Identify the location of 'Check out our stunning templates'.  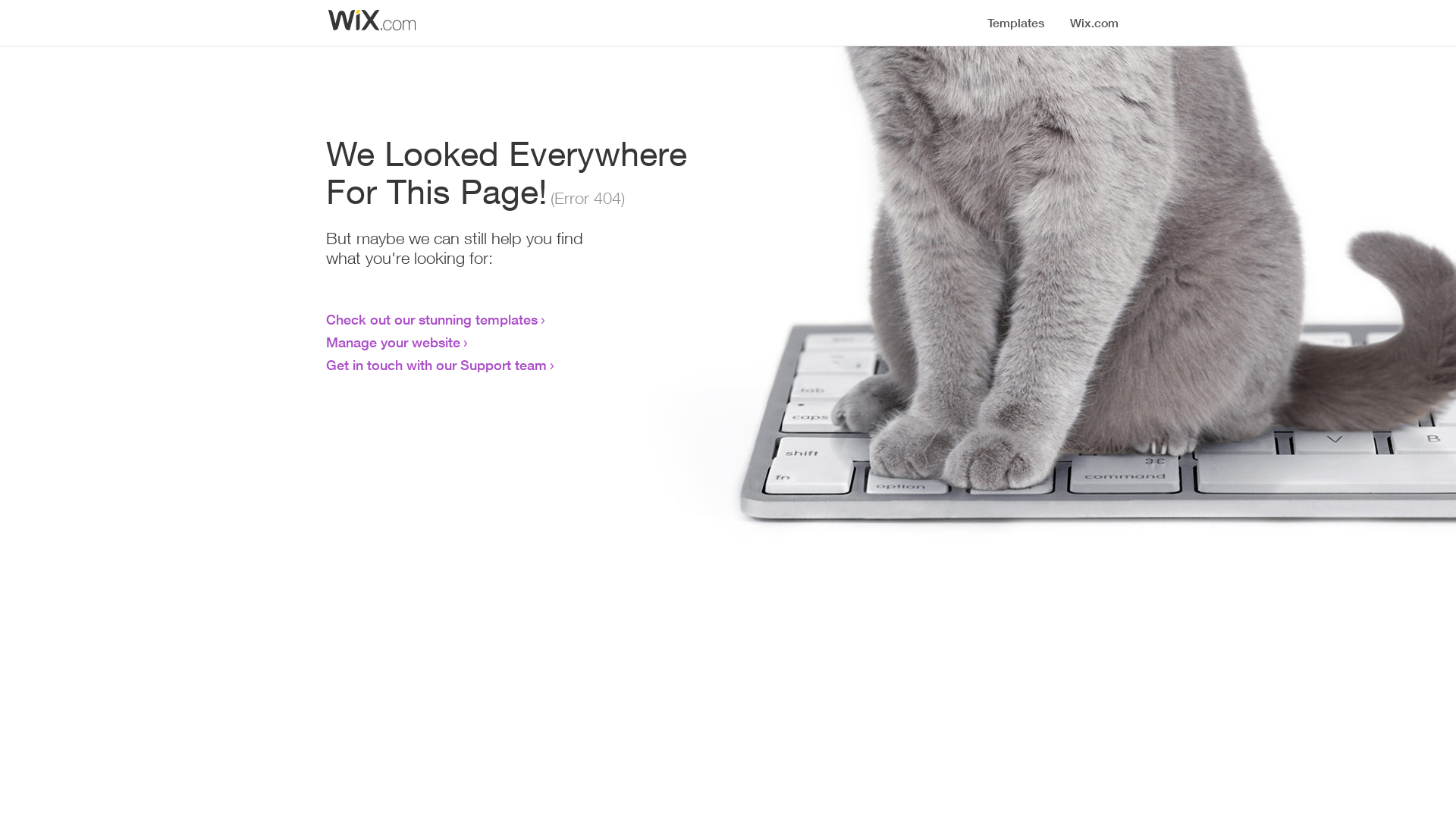
(431, 318).